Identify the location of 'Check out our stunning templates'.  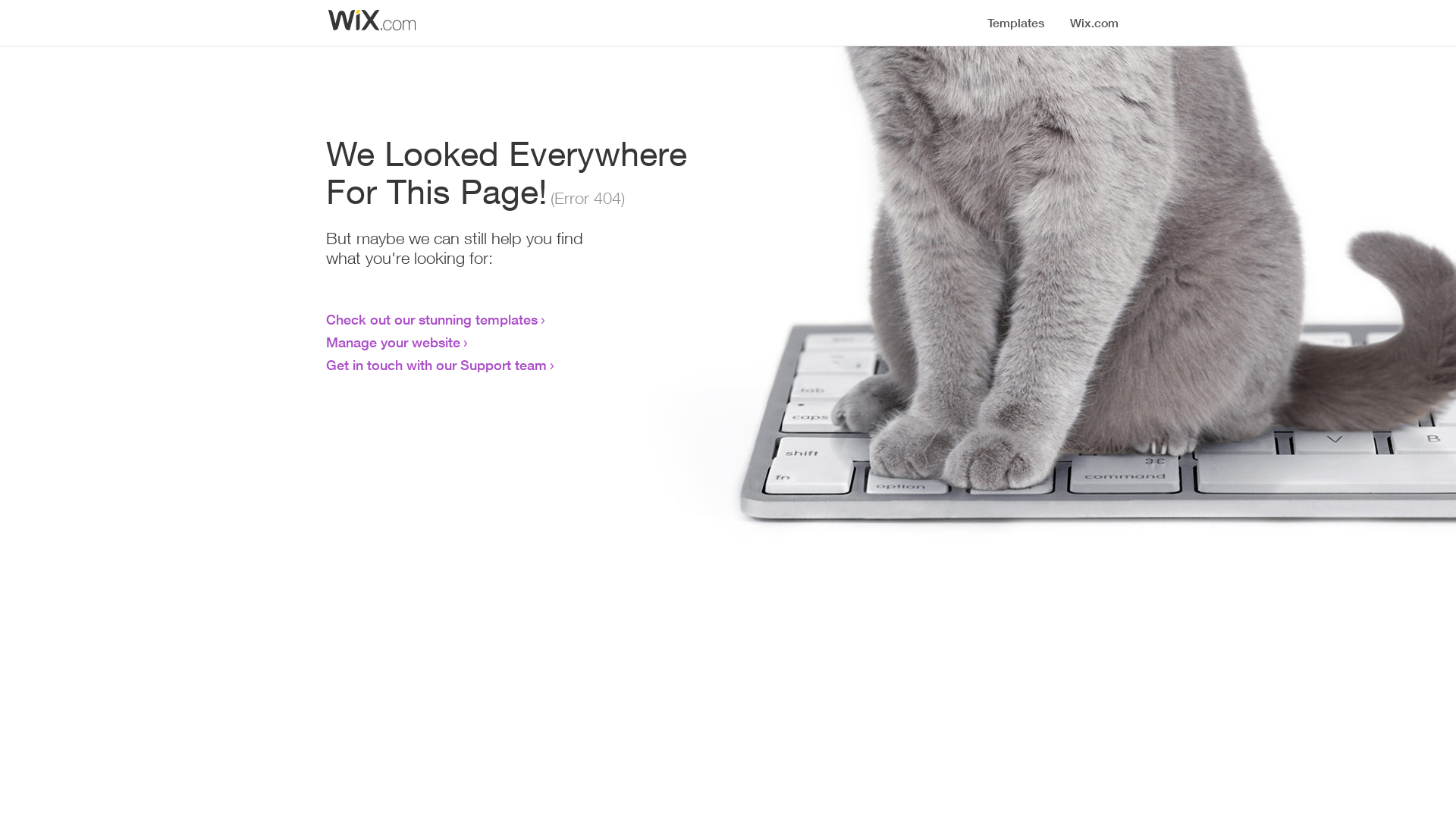
(431, 318).